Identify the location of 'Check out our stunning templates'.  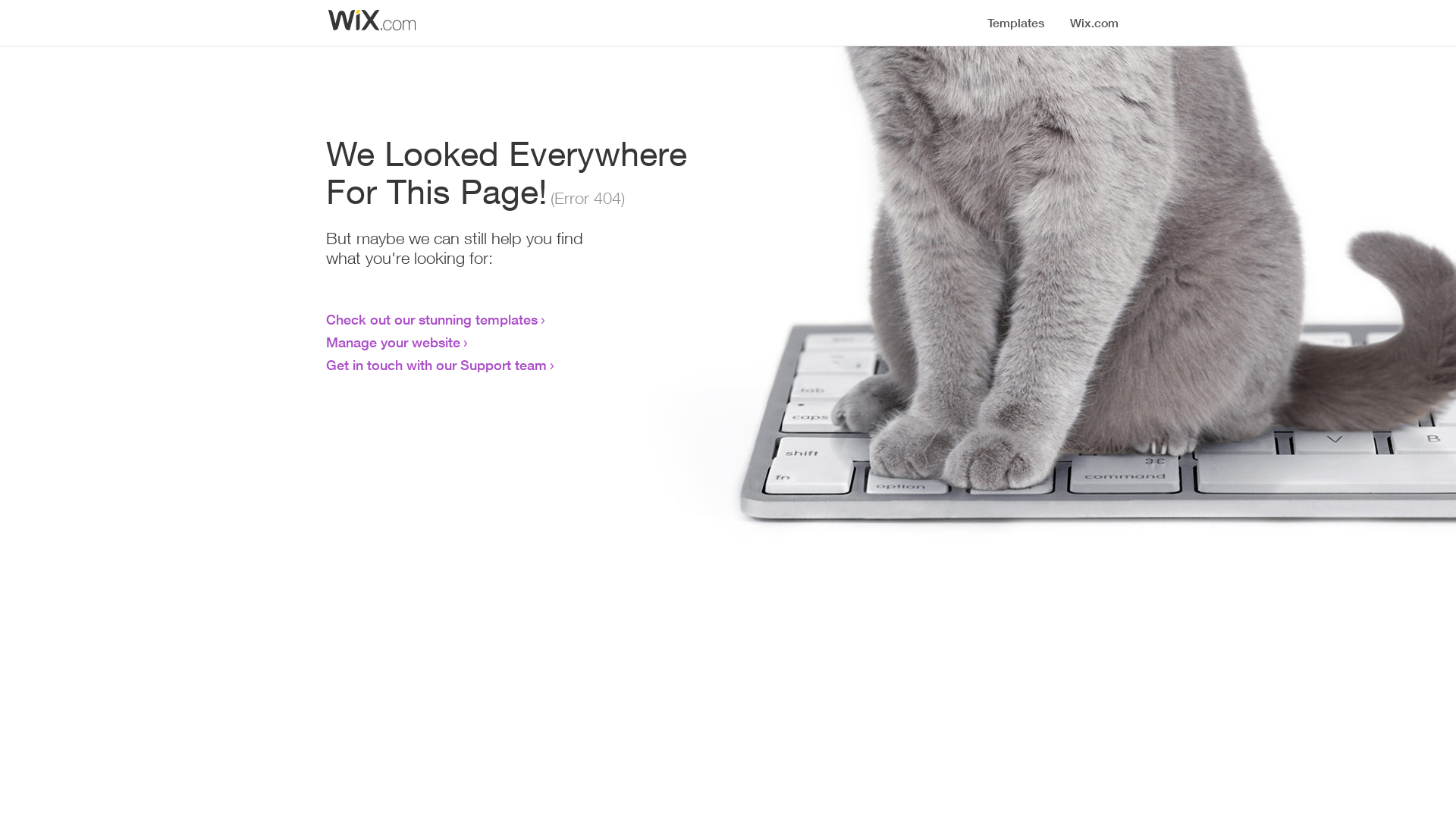
(431, 318).